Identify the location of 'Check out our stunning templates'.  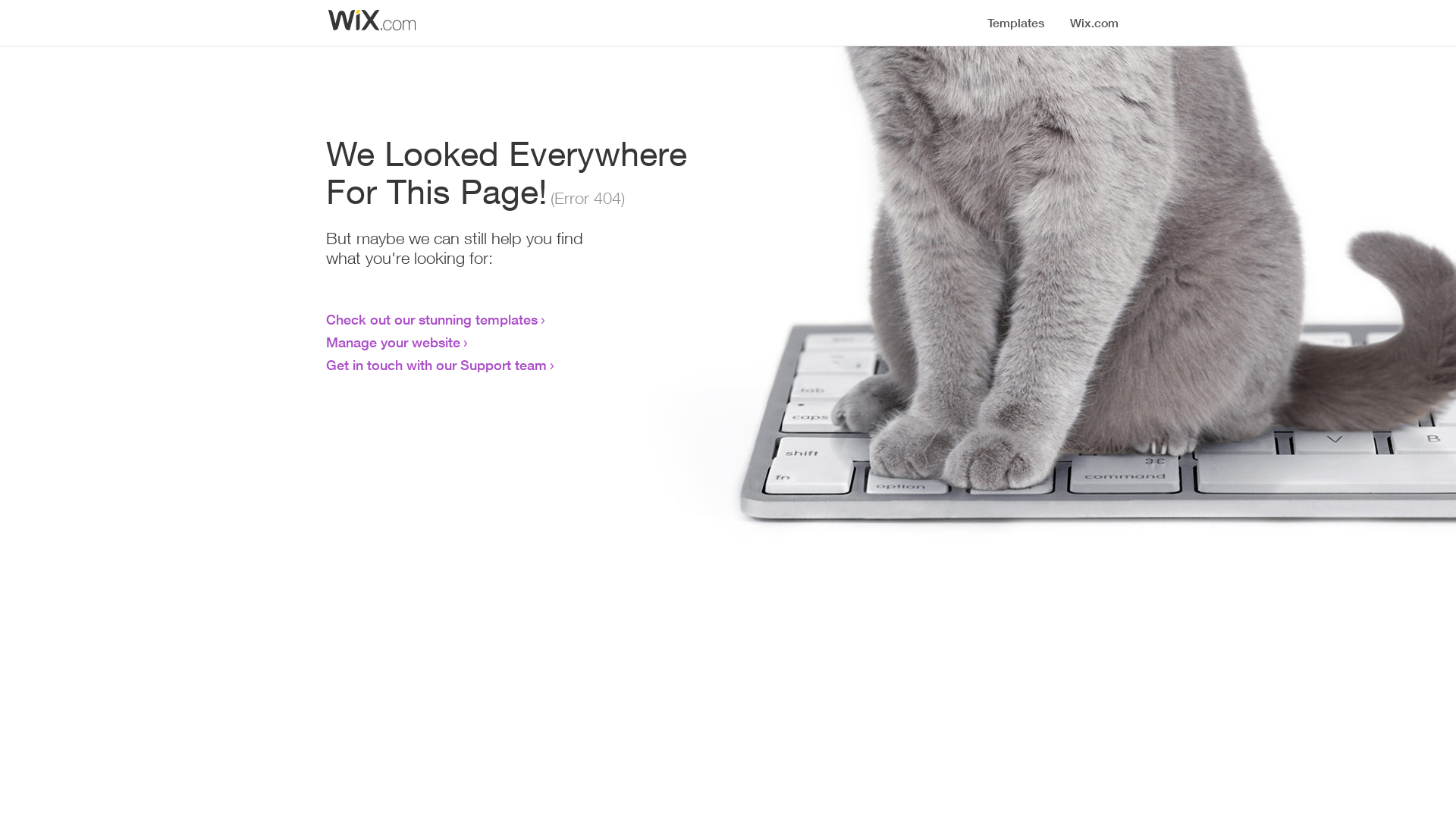
(431, 318).